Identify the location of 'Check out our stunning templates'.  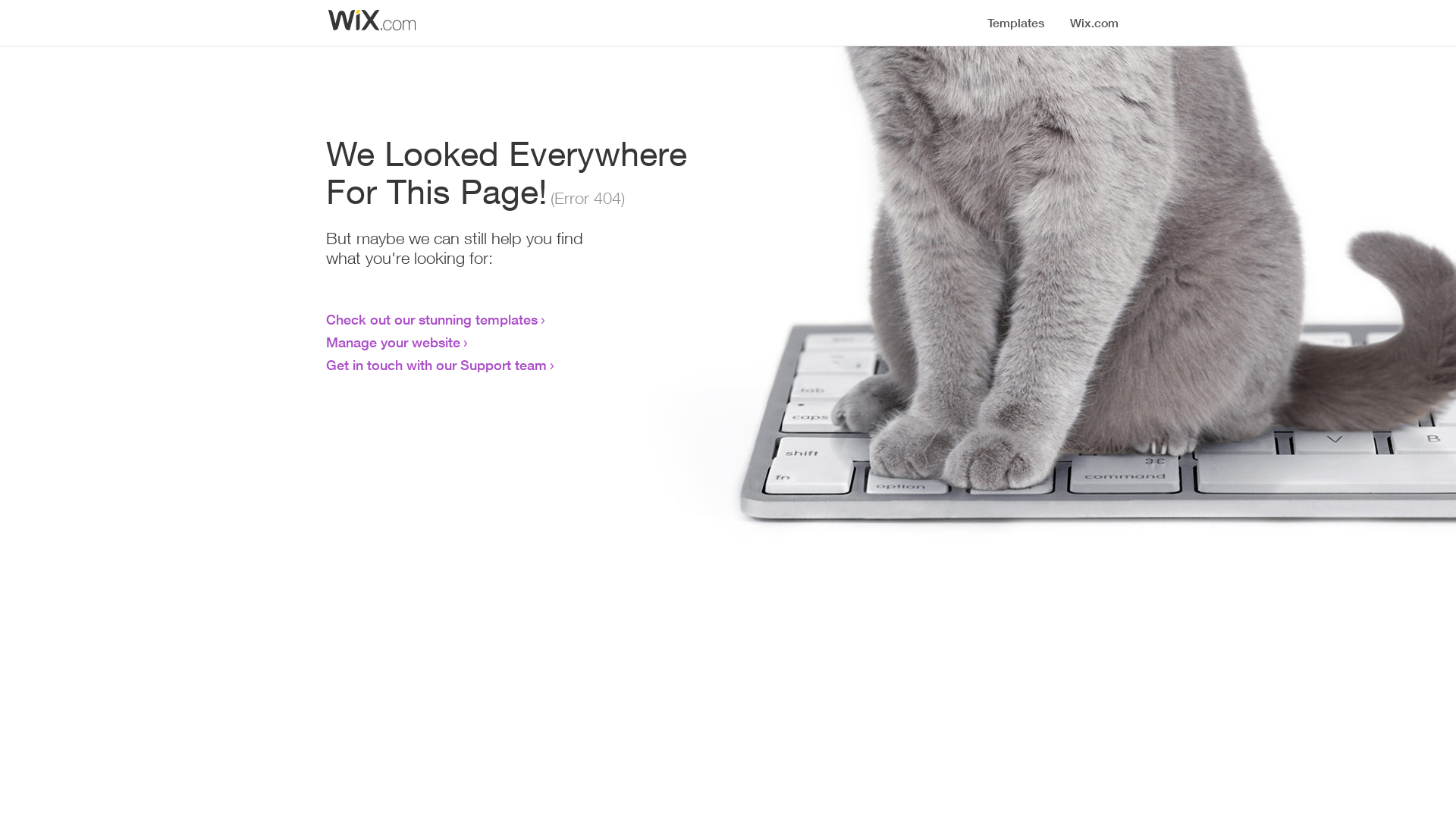
(431, 318).